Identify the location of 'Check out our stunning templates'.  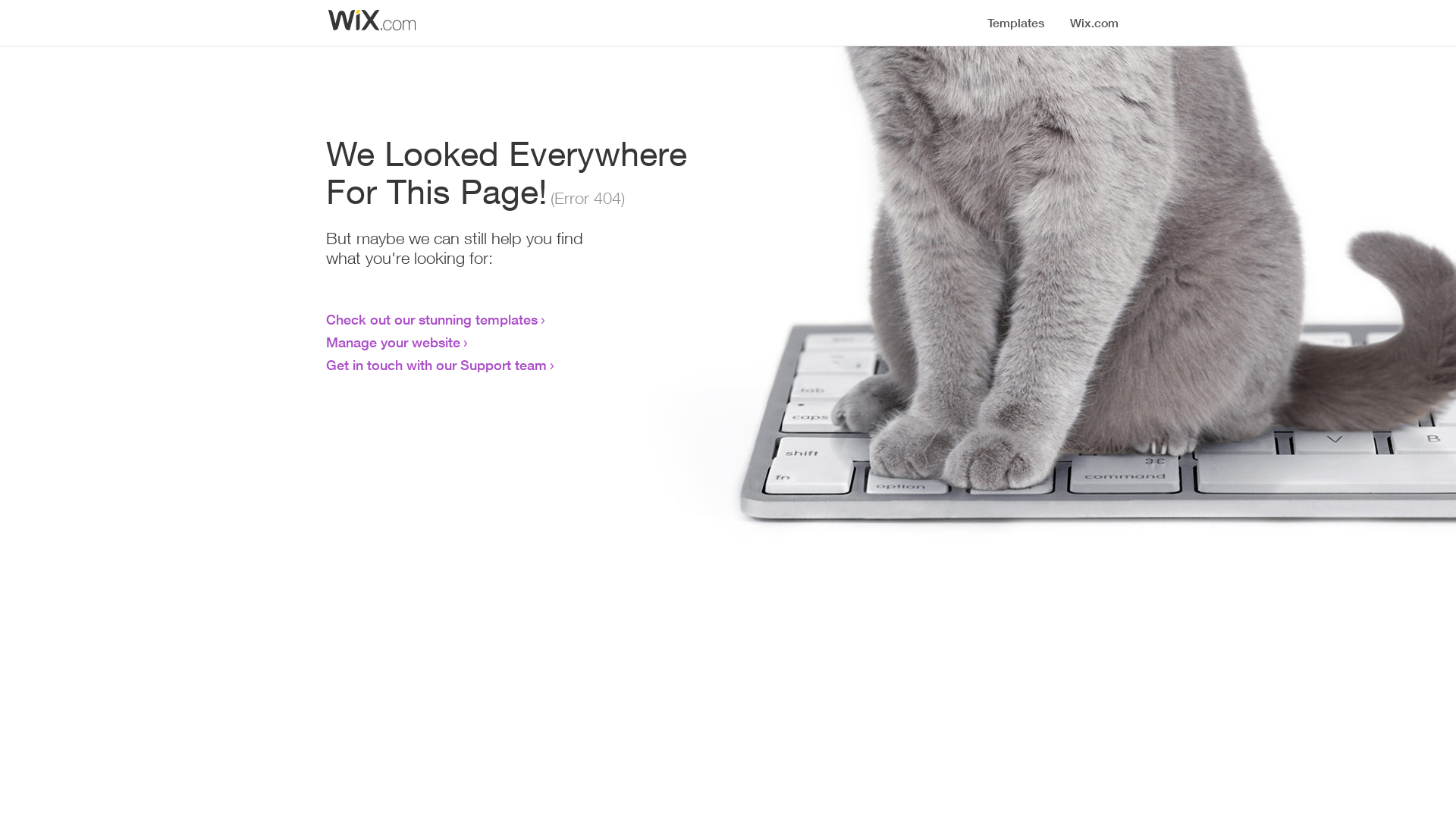
(431, 318).